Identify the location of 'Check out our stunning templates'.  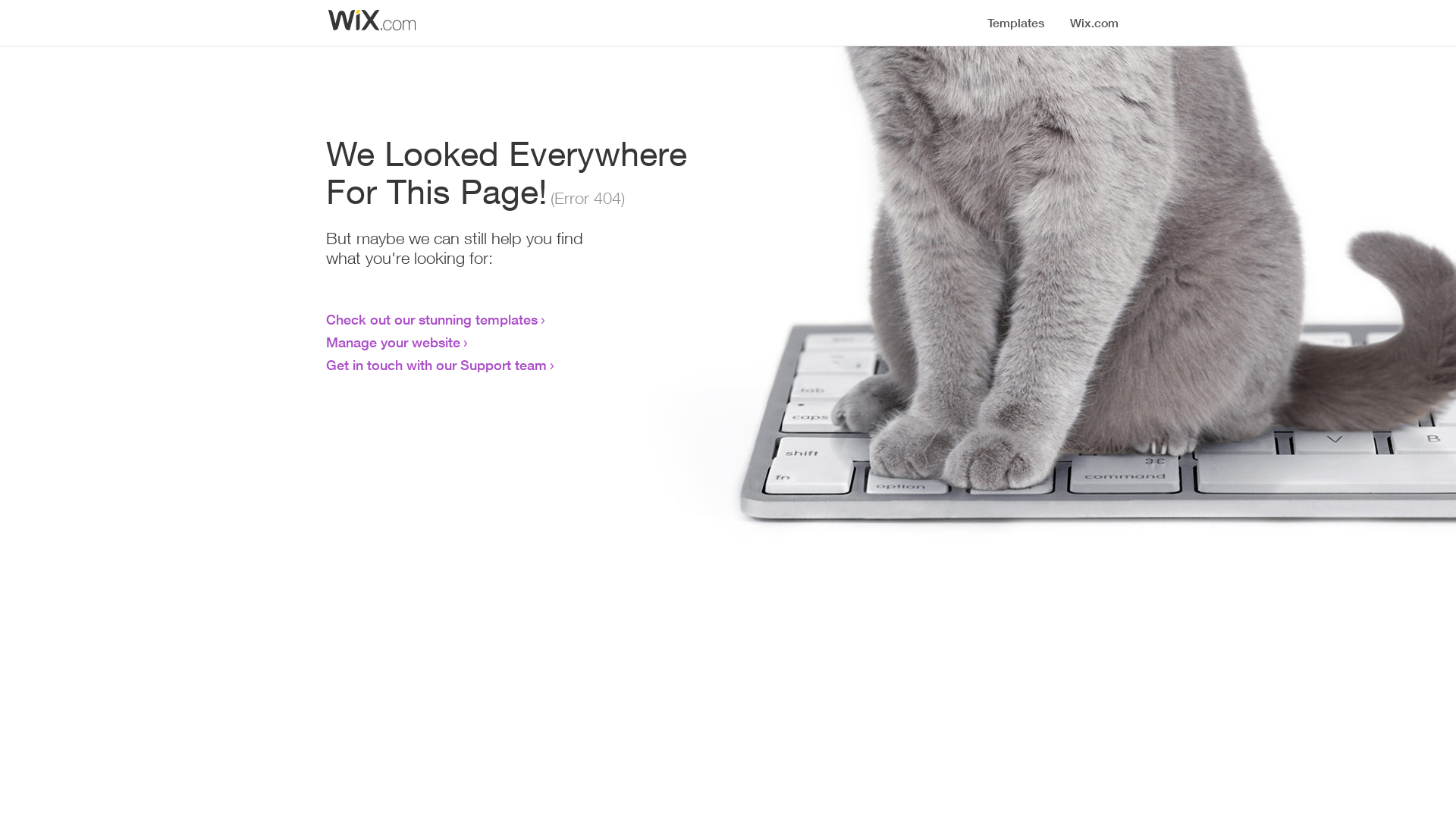
(431, 318).